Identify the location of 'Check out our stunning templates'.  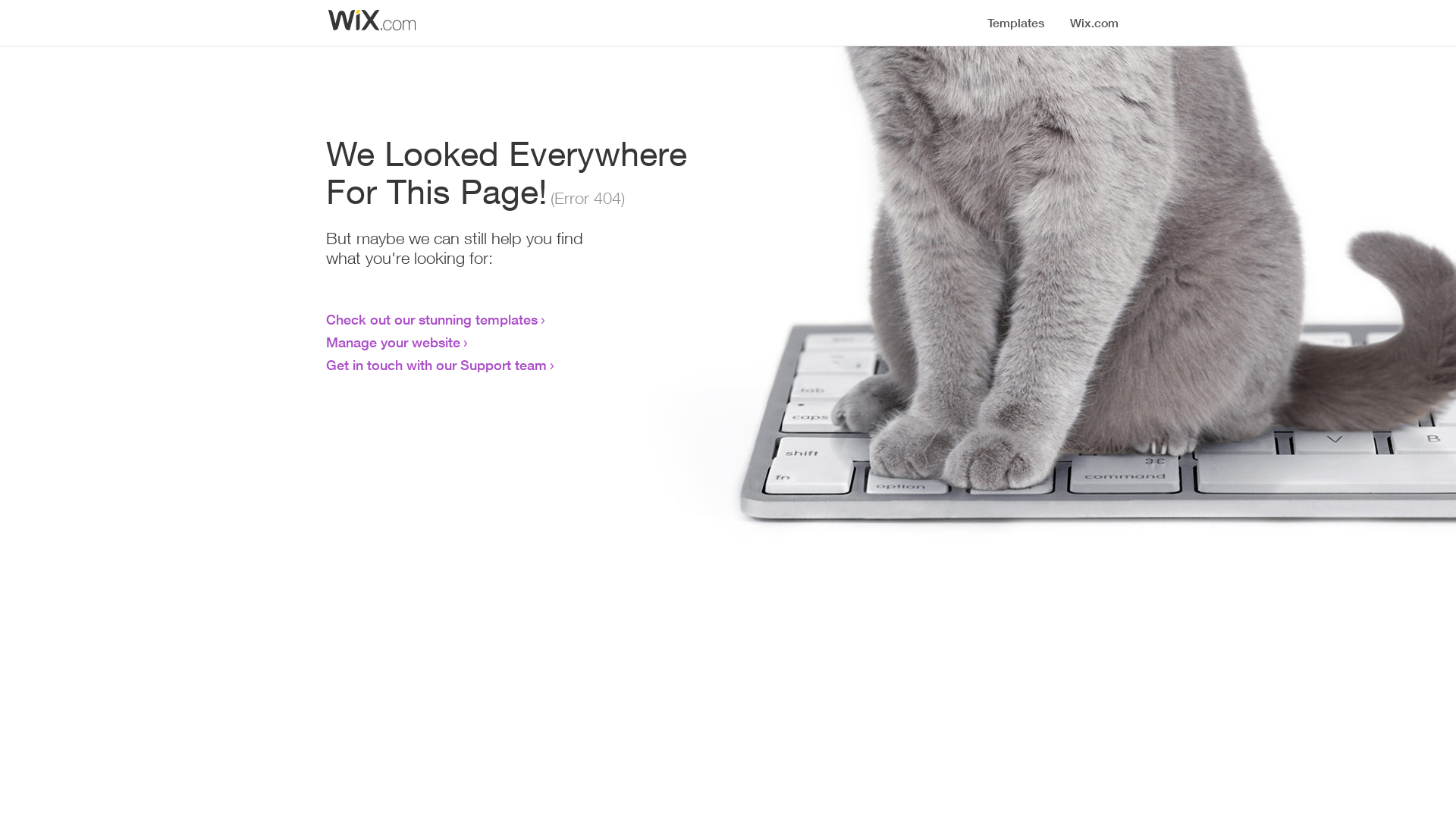
(431, 318).